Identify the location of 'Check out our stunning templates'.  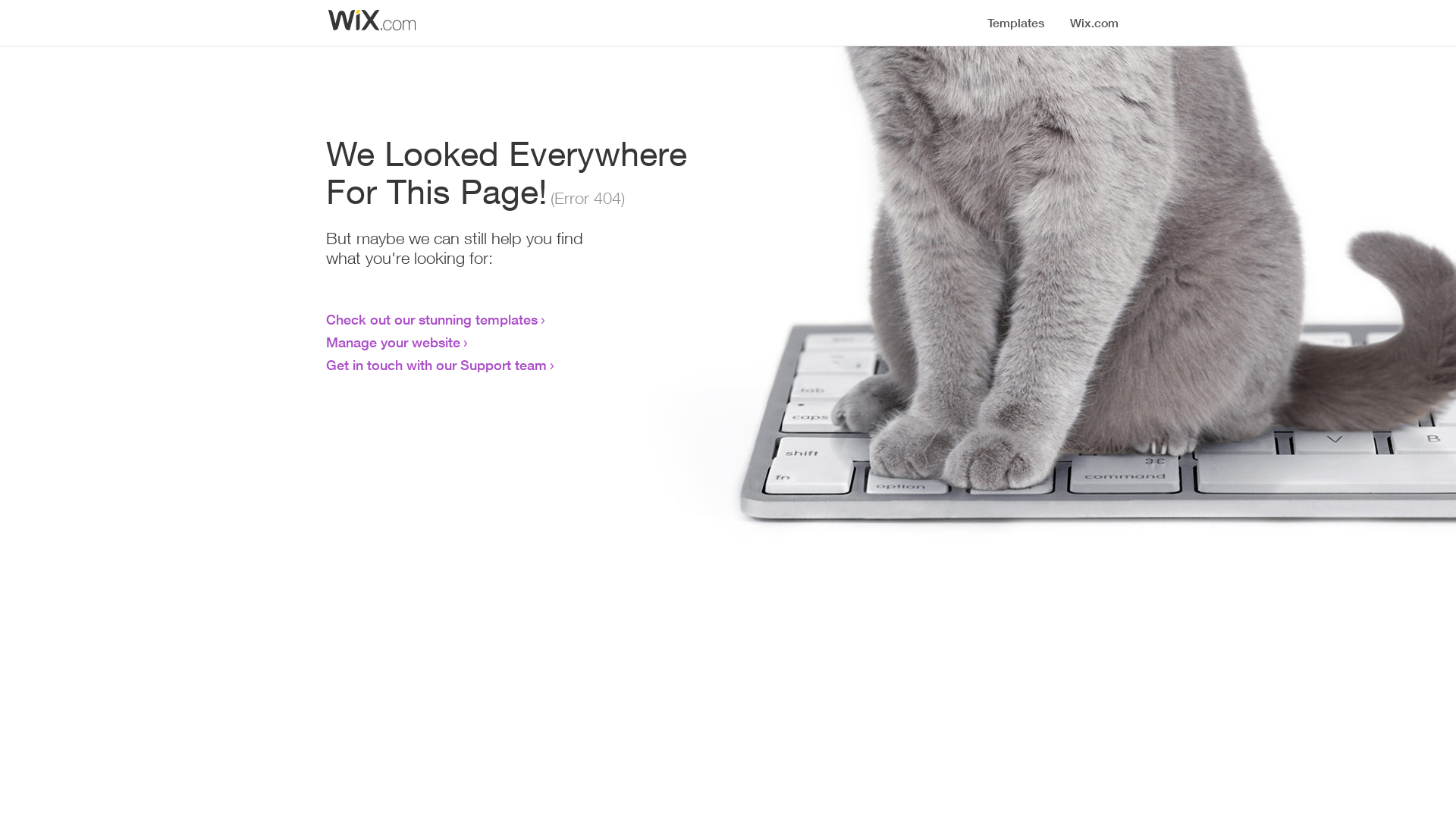
(431, 318).